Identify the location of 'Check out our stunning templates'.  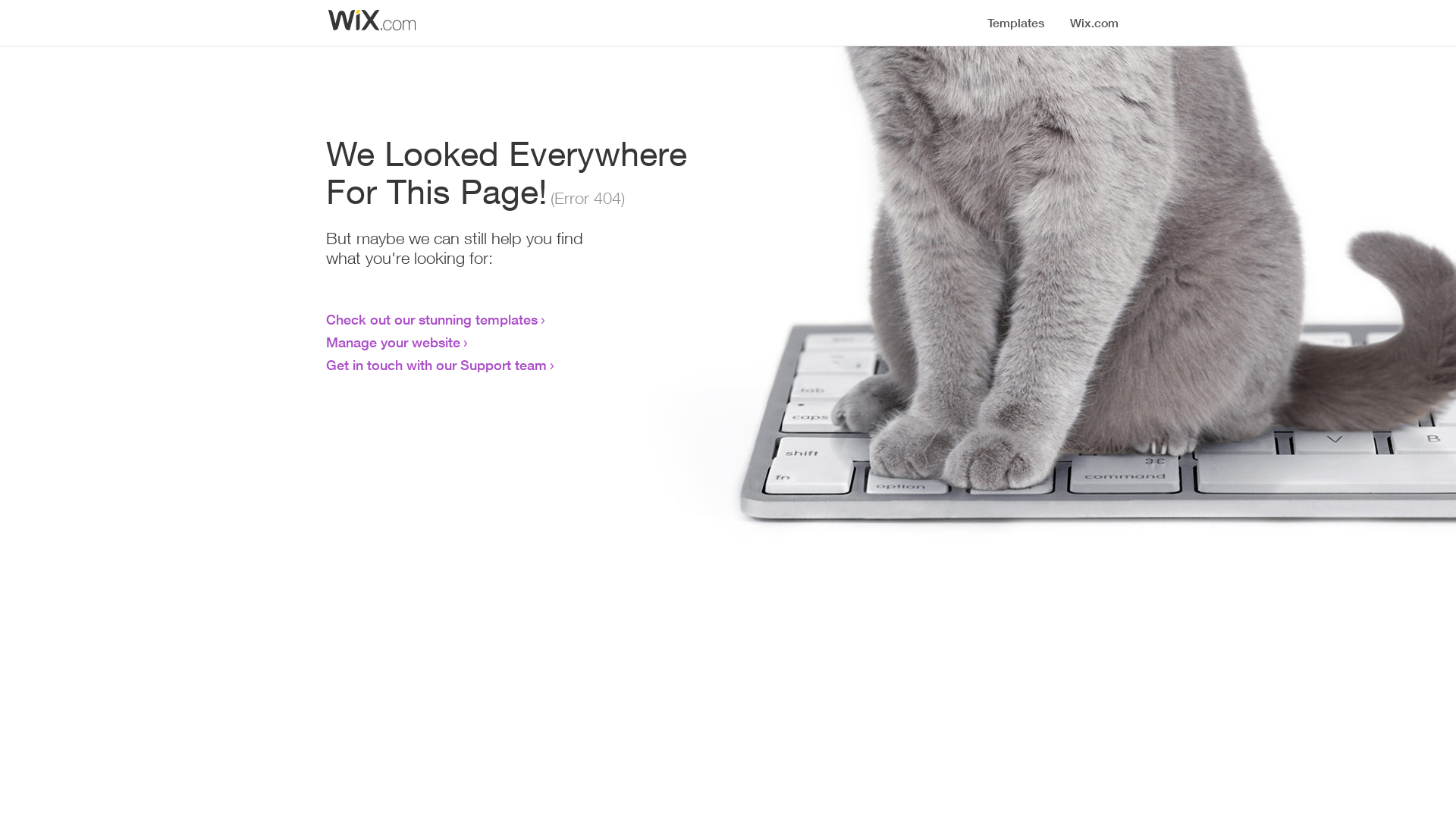
(431, 318).